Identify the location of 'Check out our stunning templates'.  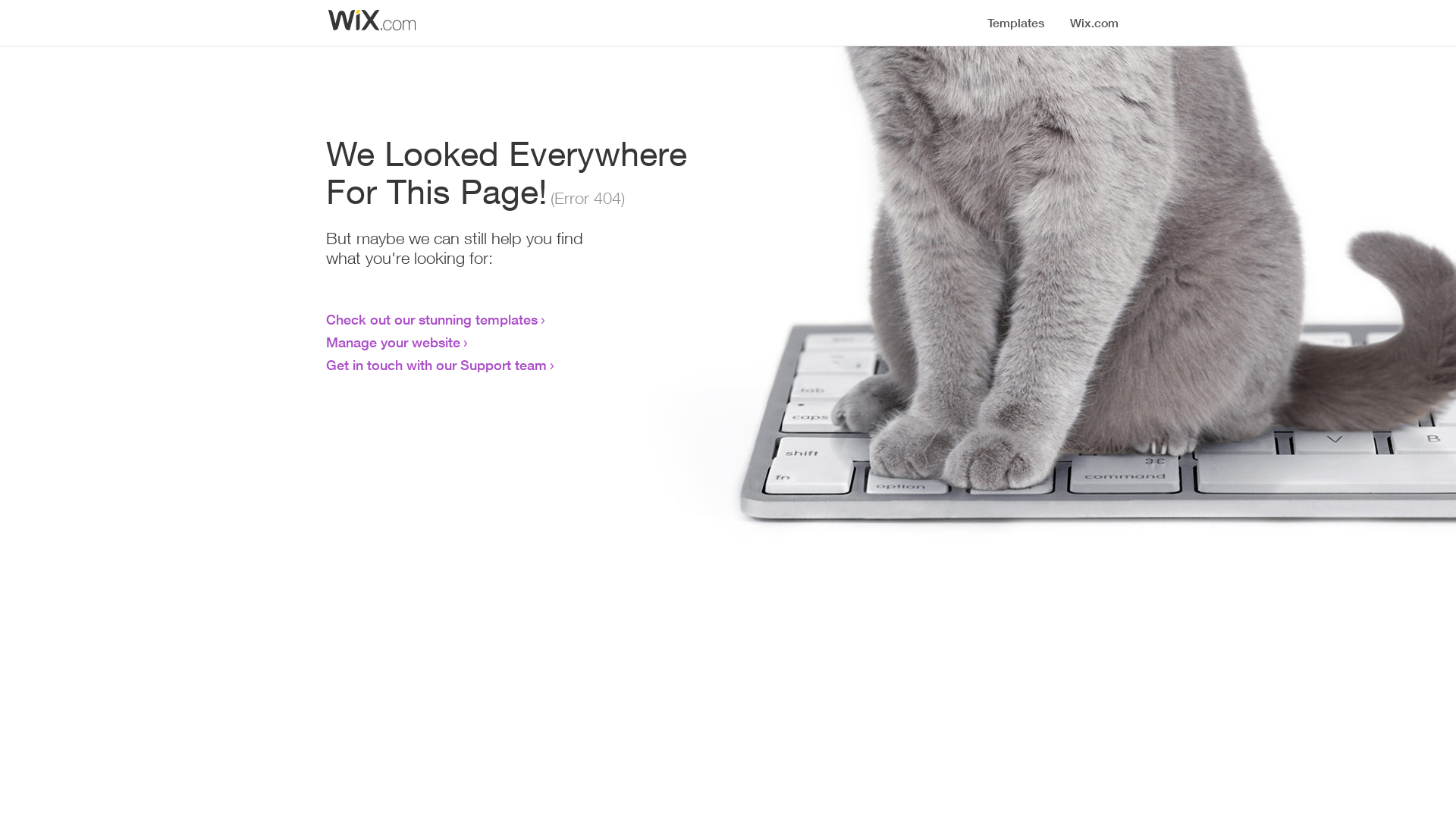
(431, 318).